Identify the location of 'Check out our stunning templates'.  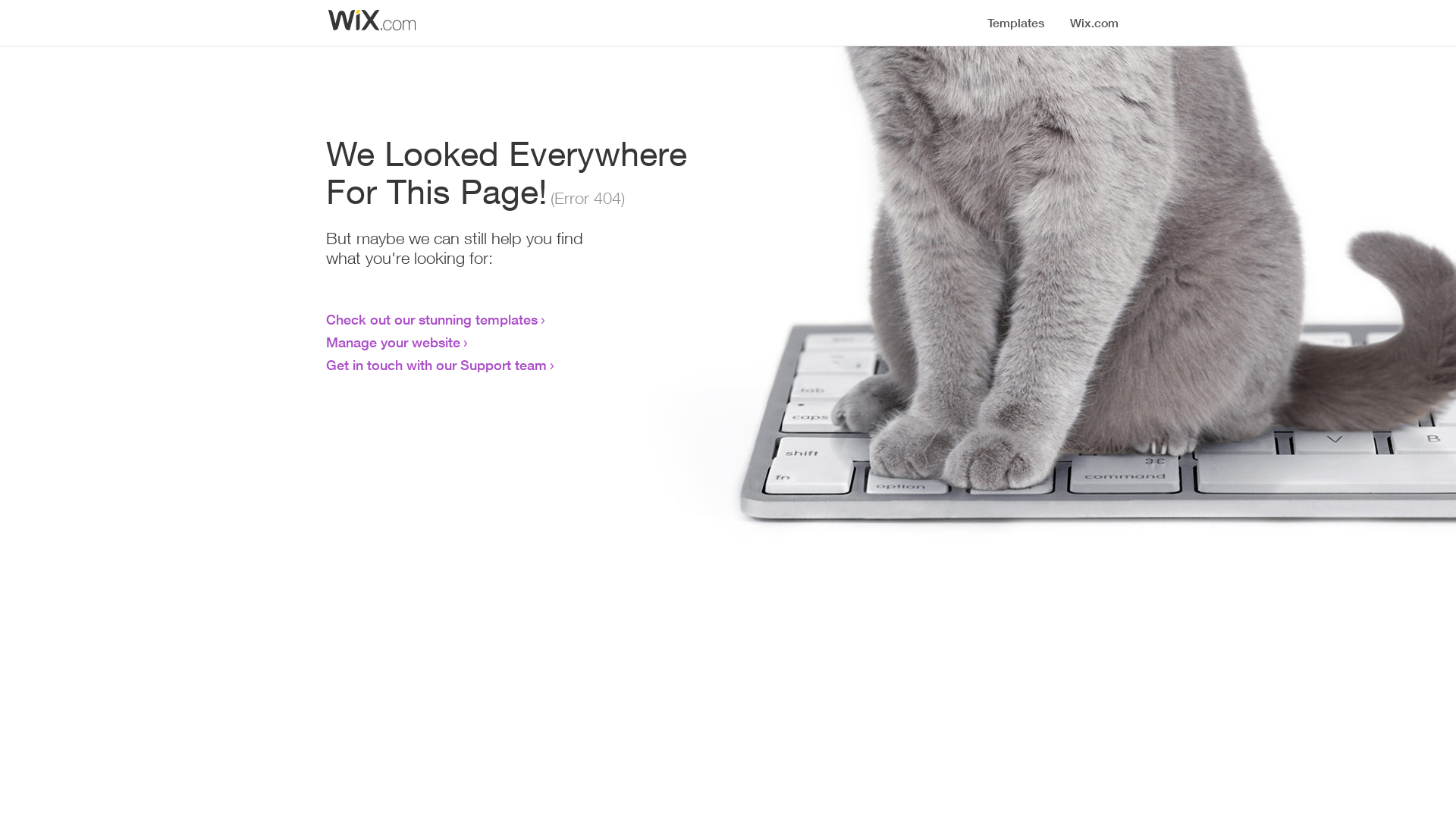
(431, 318).